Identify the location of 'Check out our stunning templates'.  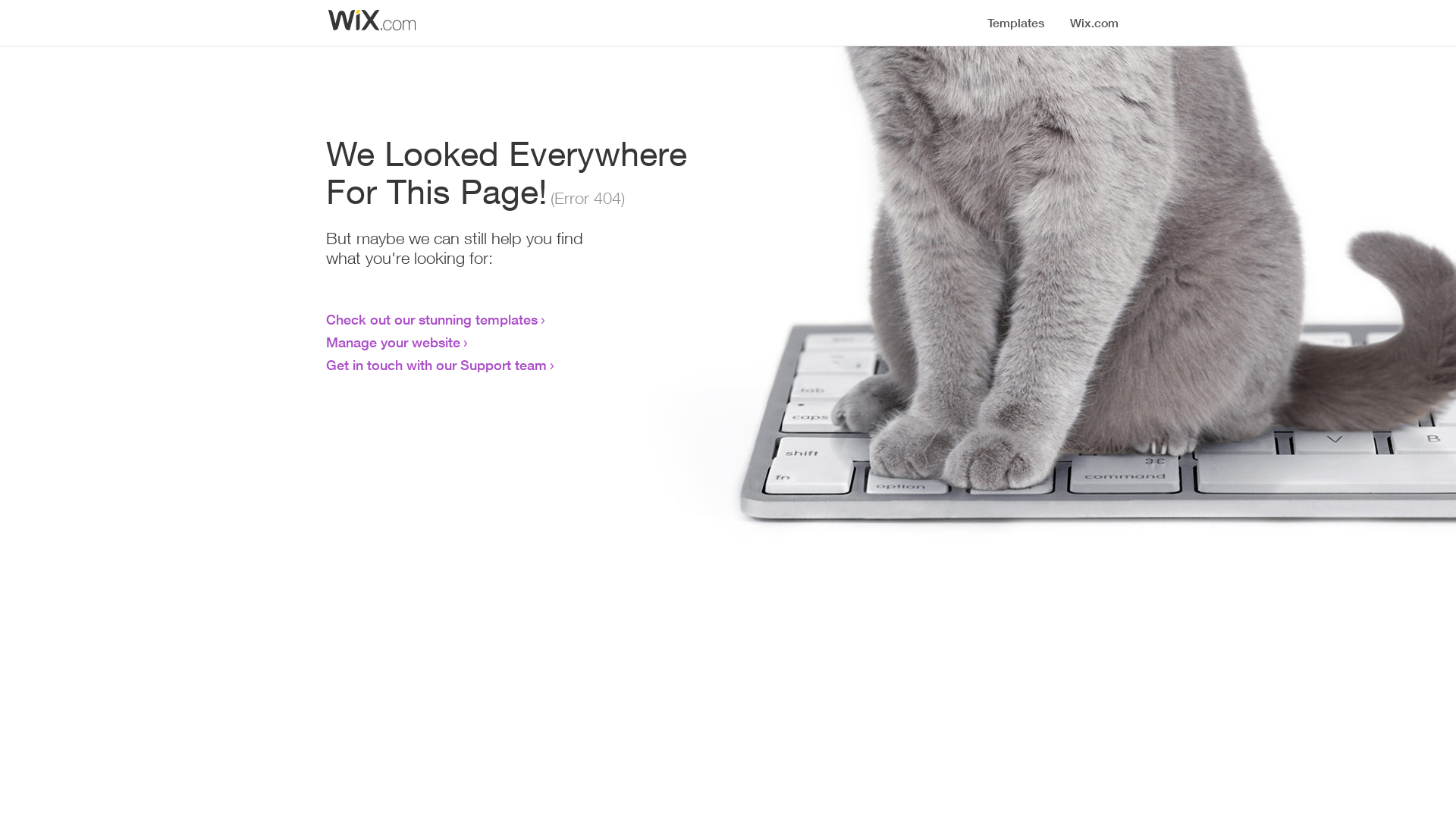
(431, 318).